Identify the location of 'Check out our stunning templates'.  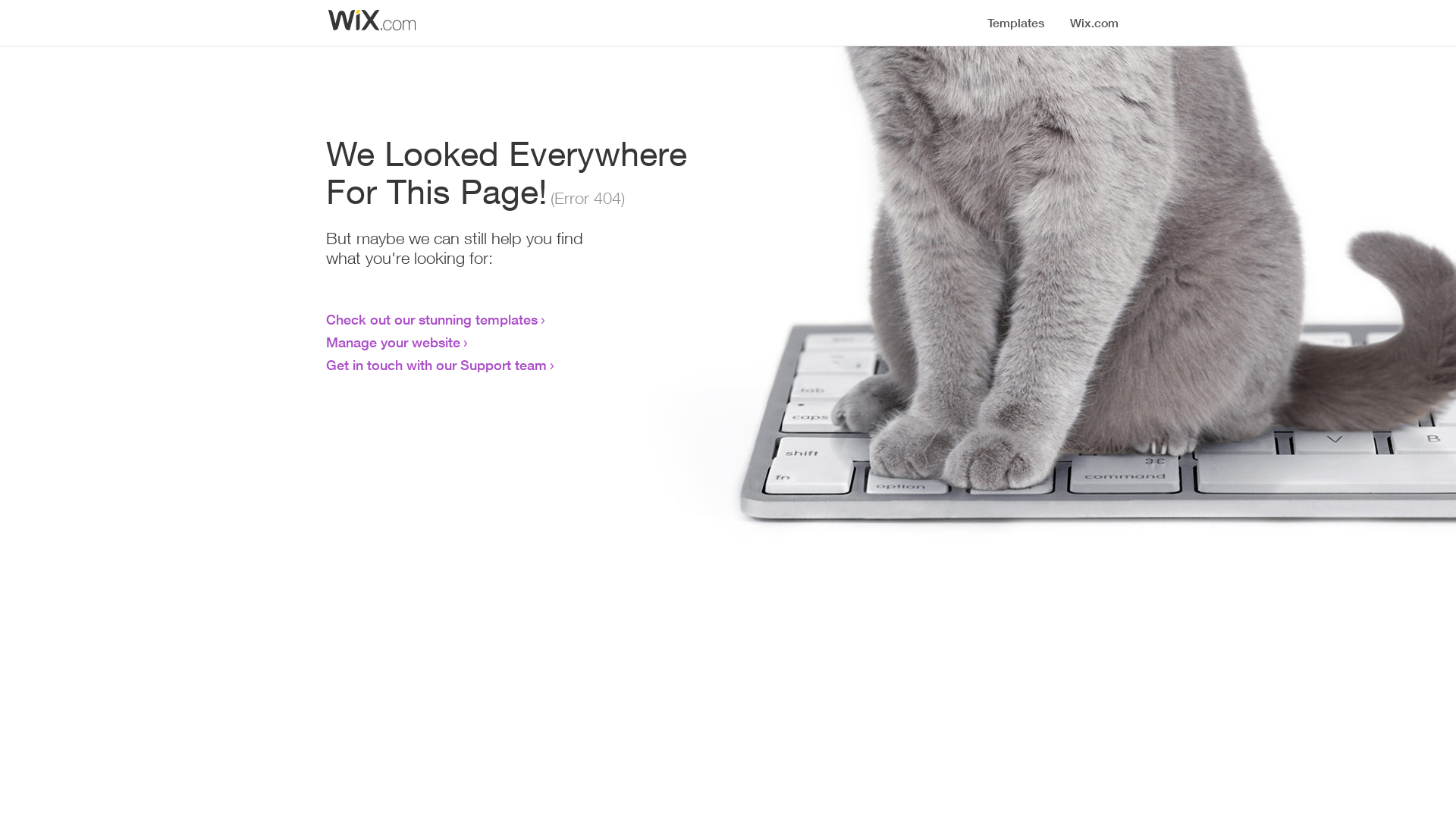
(431, 318).